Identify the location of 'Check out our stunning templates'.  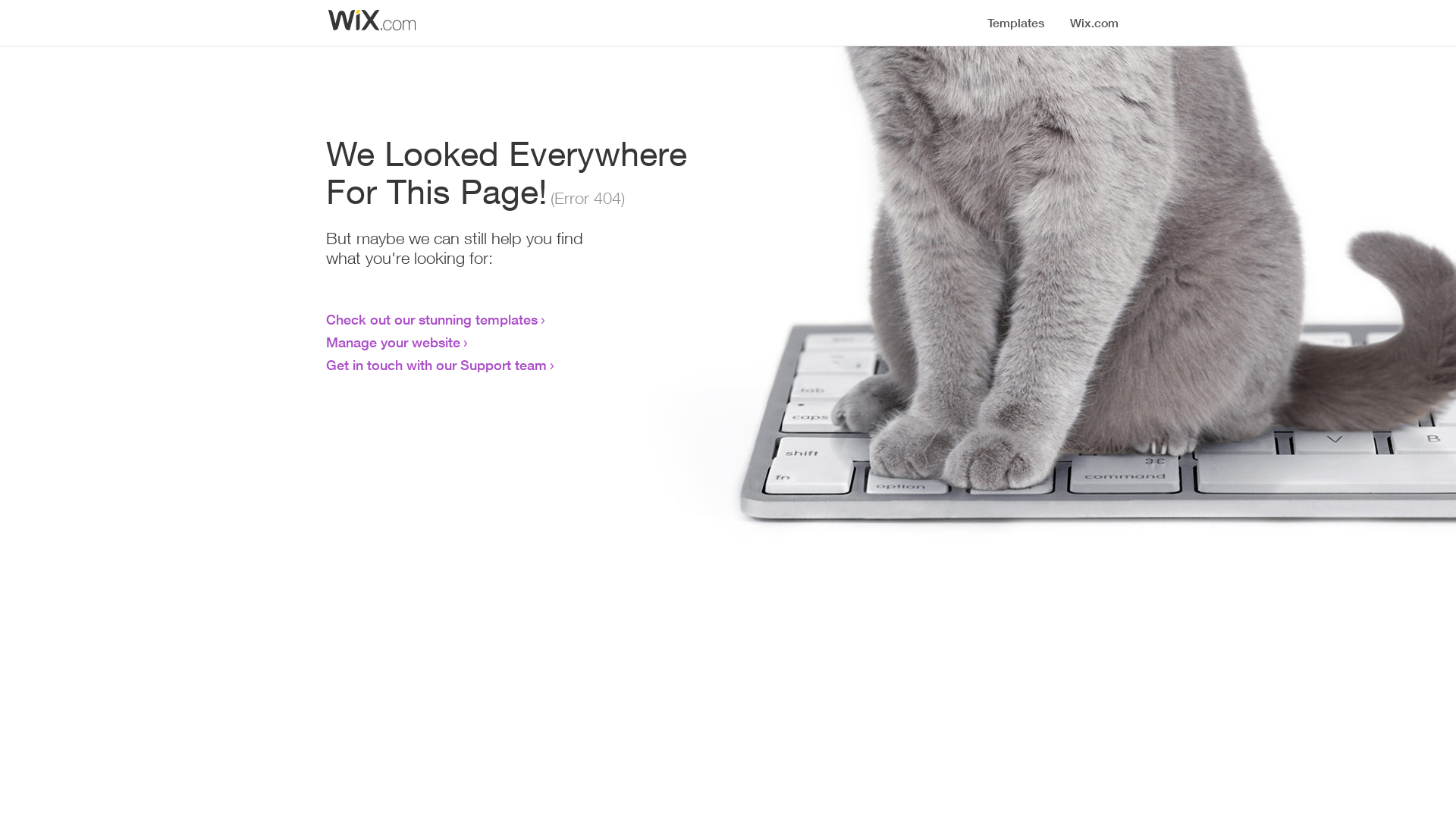
(431, 318).